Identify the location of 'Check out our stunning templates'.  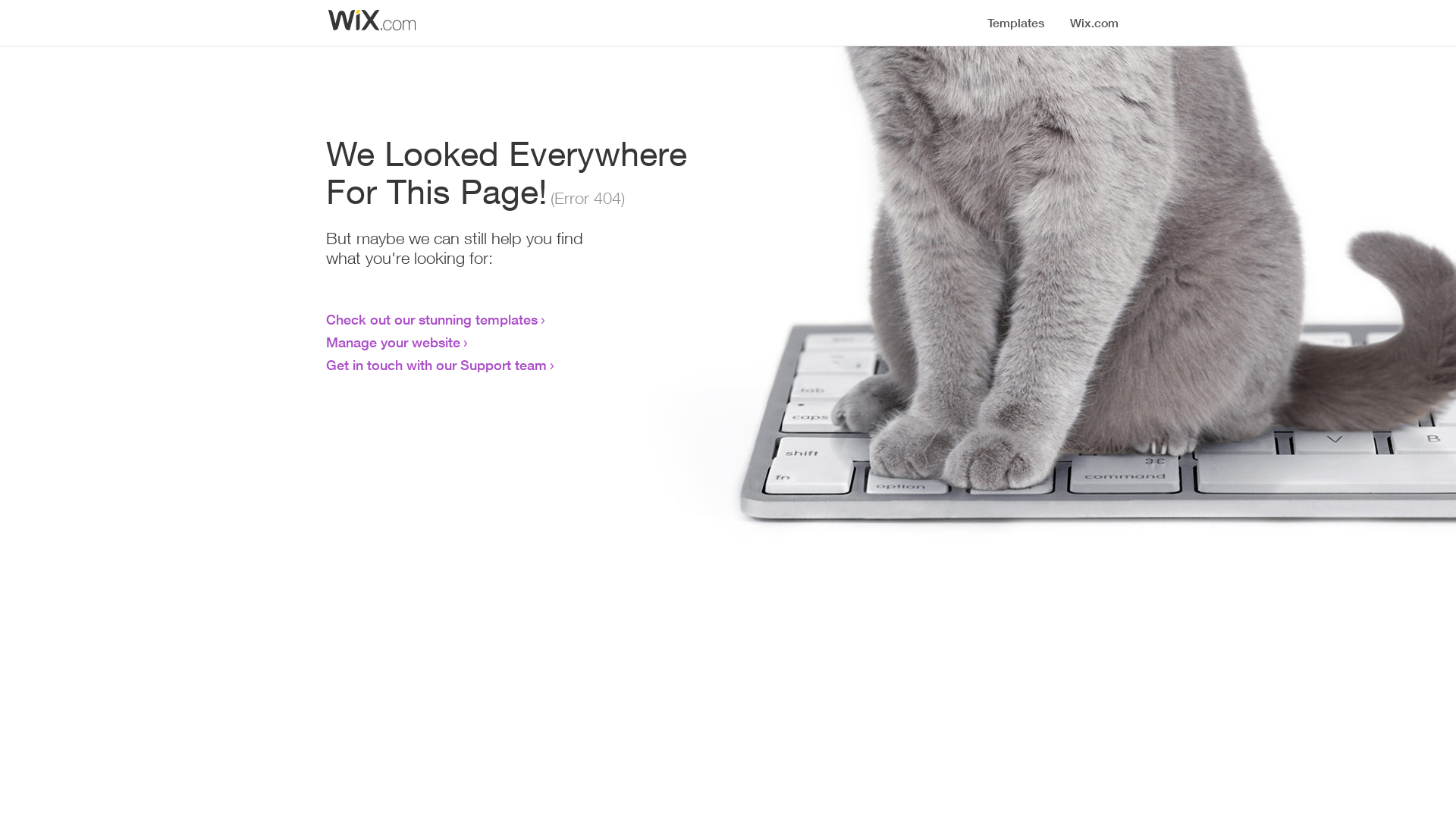
(431, 318).